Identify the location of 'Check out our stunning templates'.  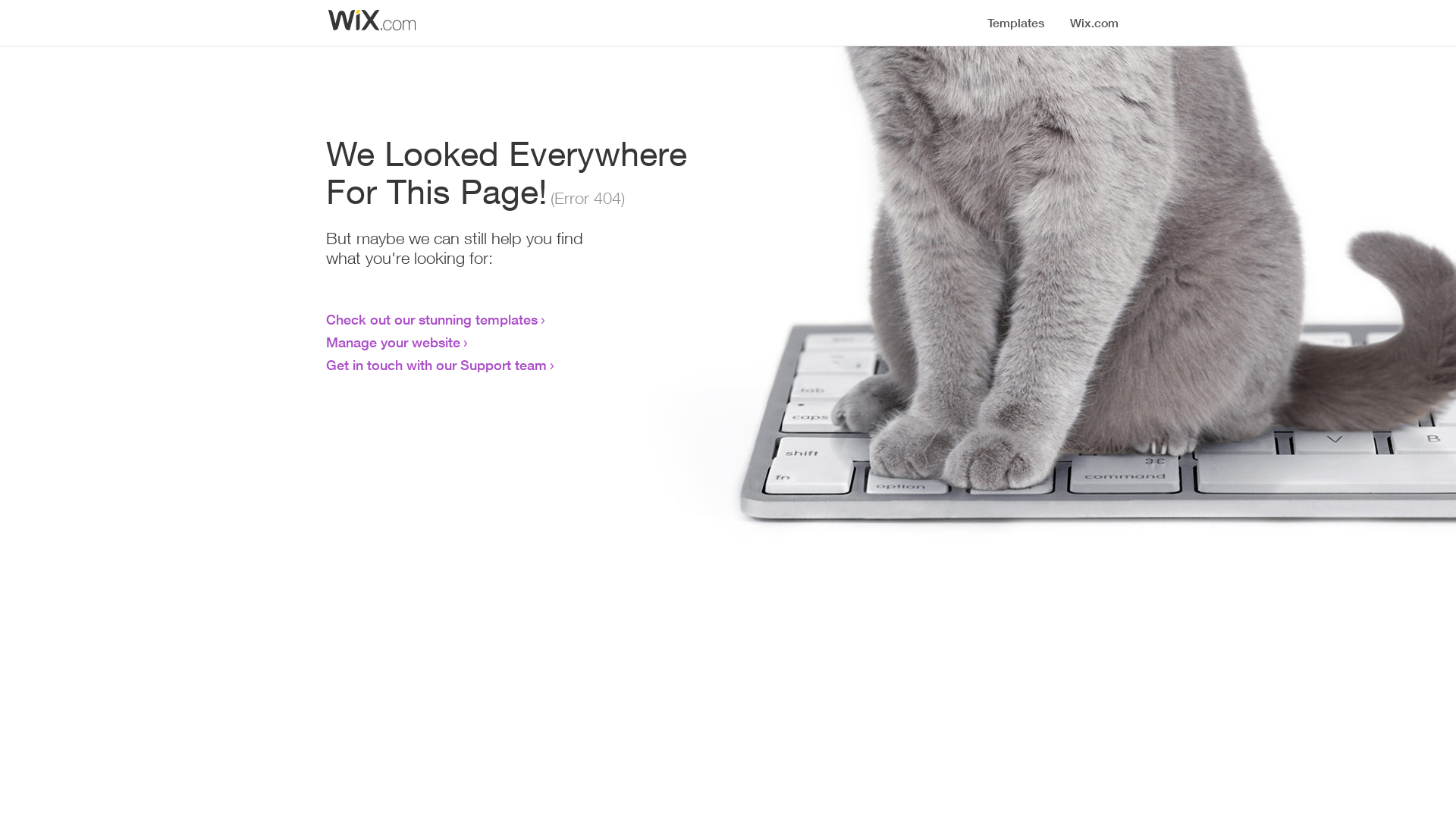
(431, 318).